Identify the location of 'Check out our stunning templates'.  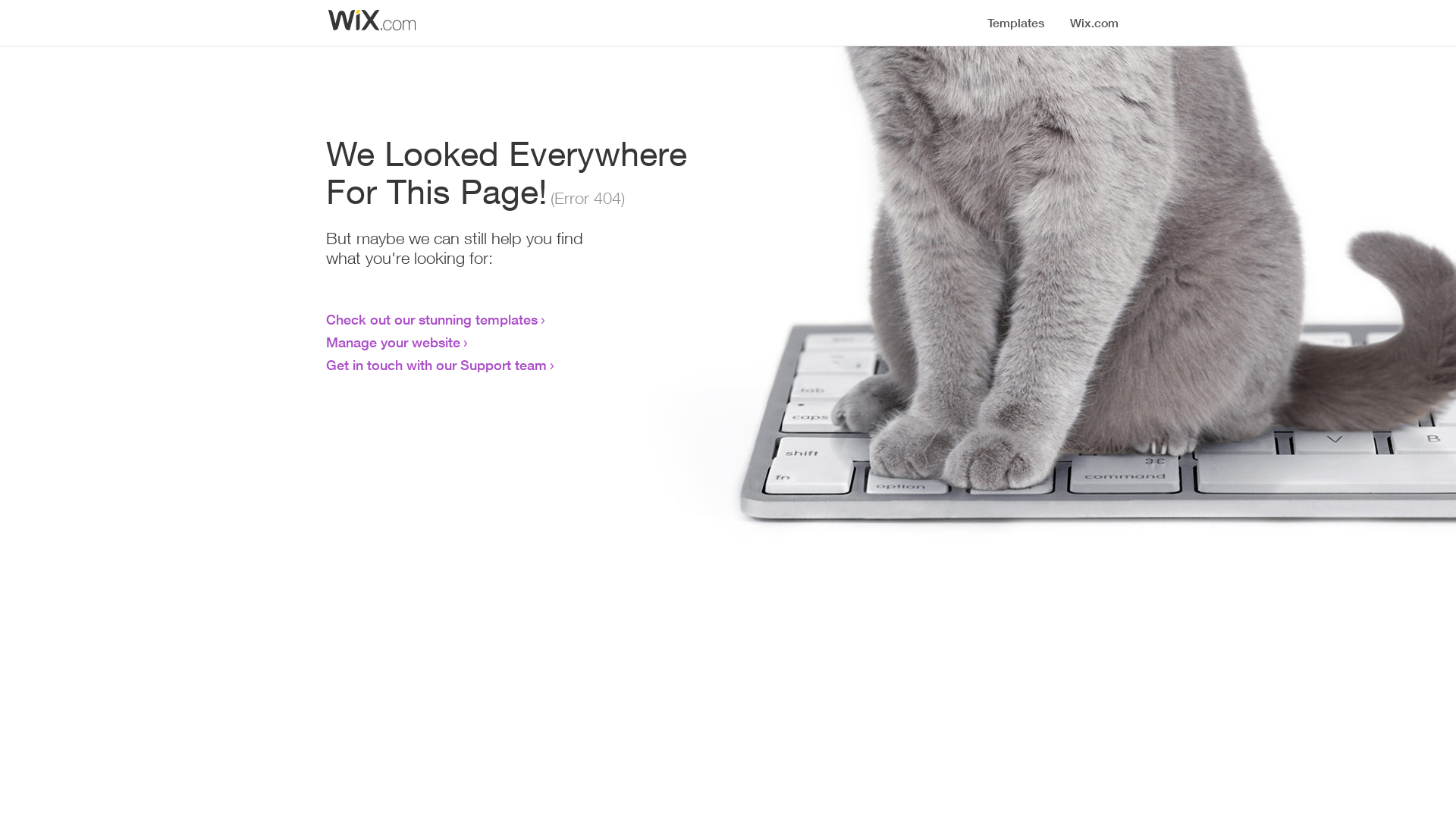
(431, 318).